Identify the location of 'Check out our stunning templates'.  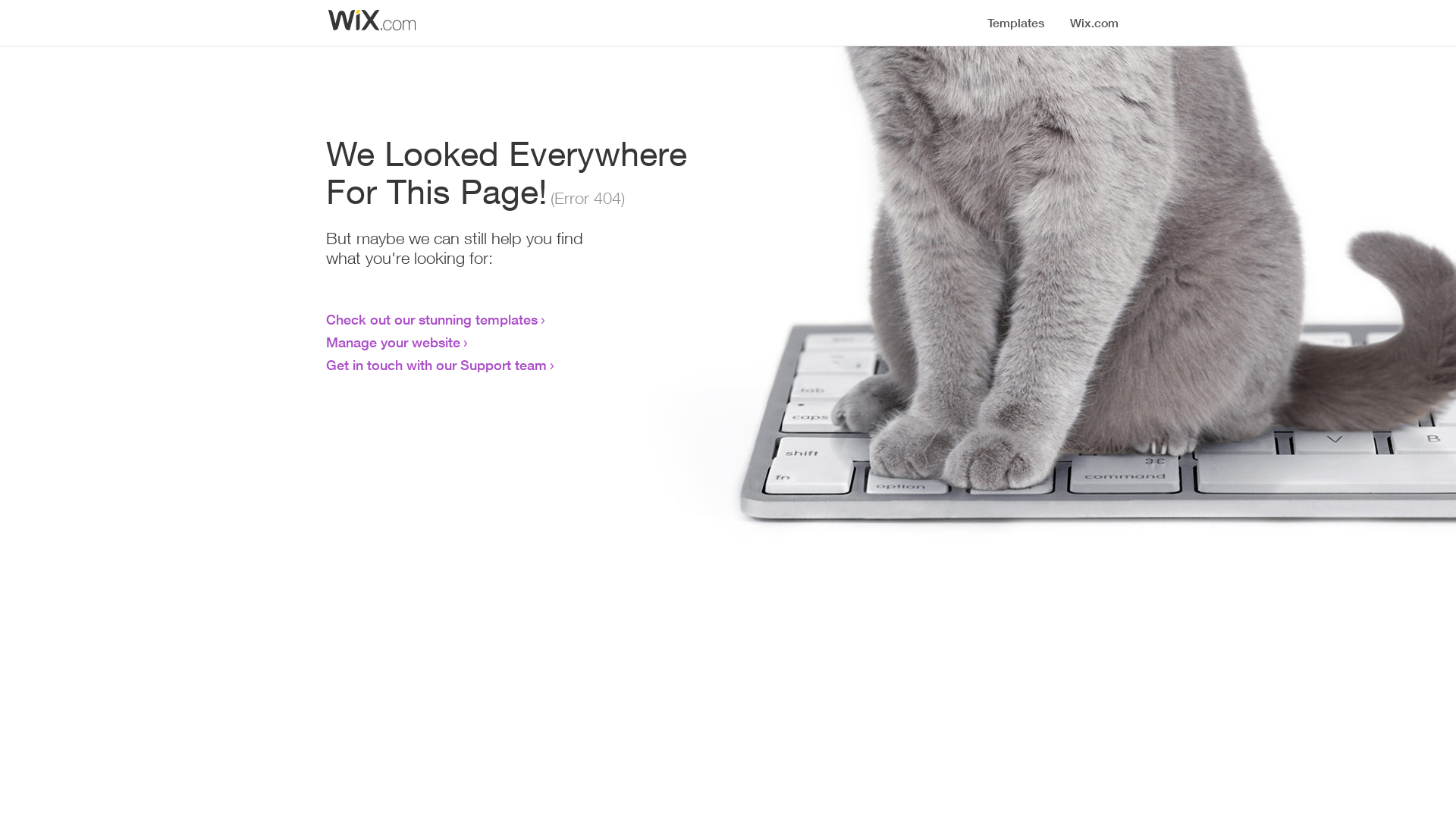
(431, 318).